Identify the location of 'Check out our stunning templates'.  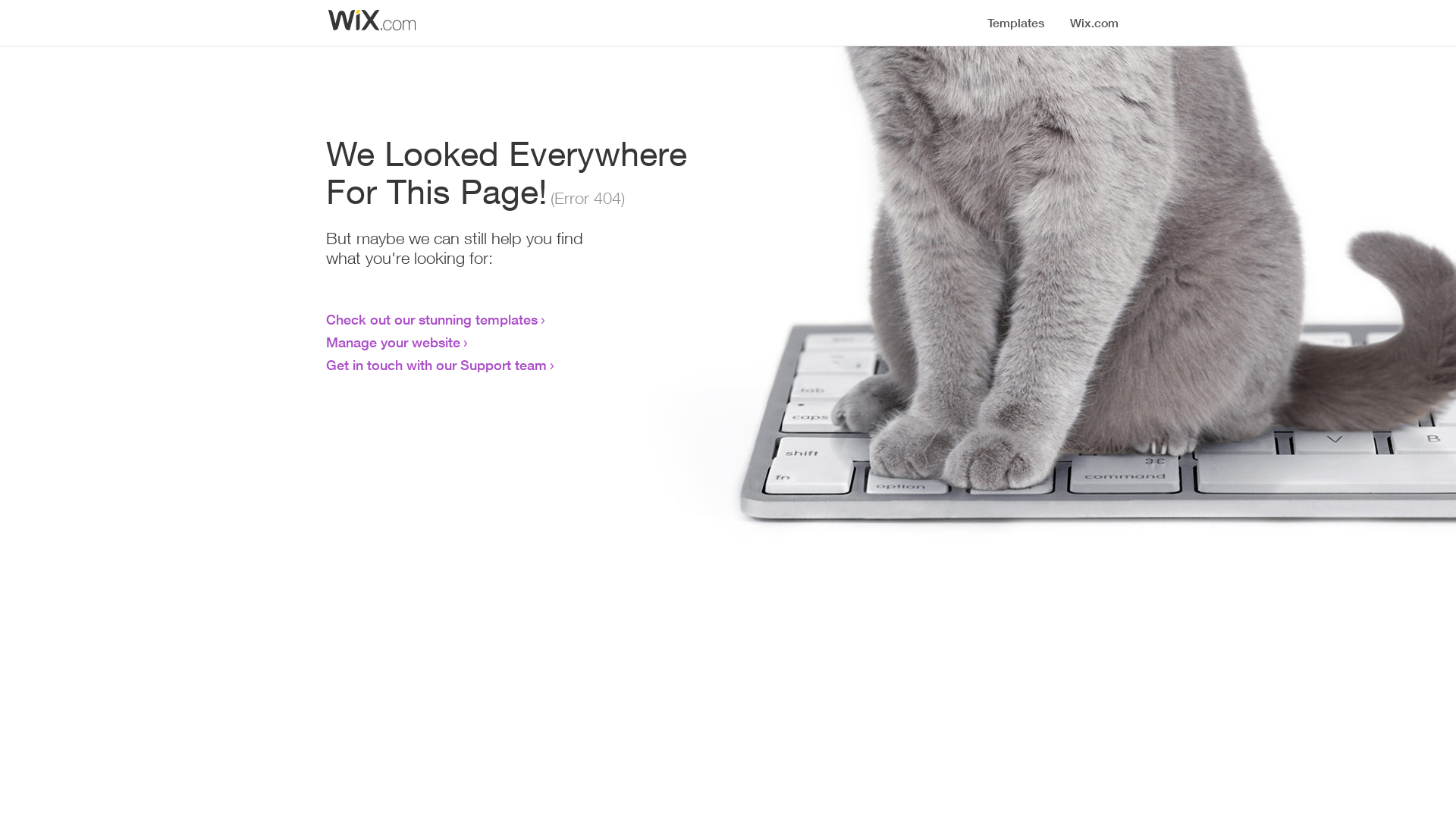
(431, 318).